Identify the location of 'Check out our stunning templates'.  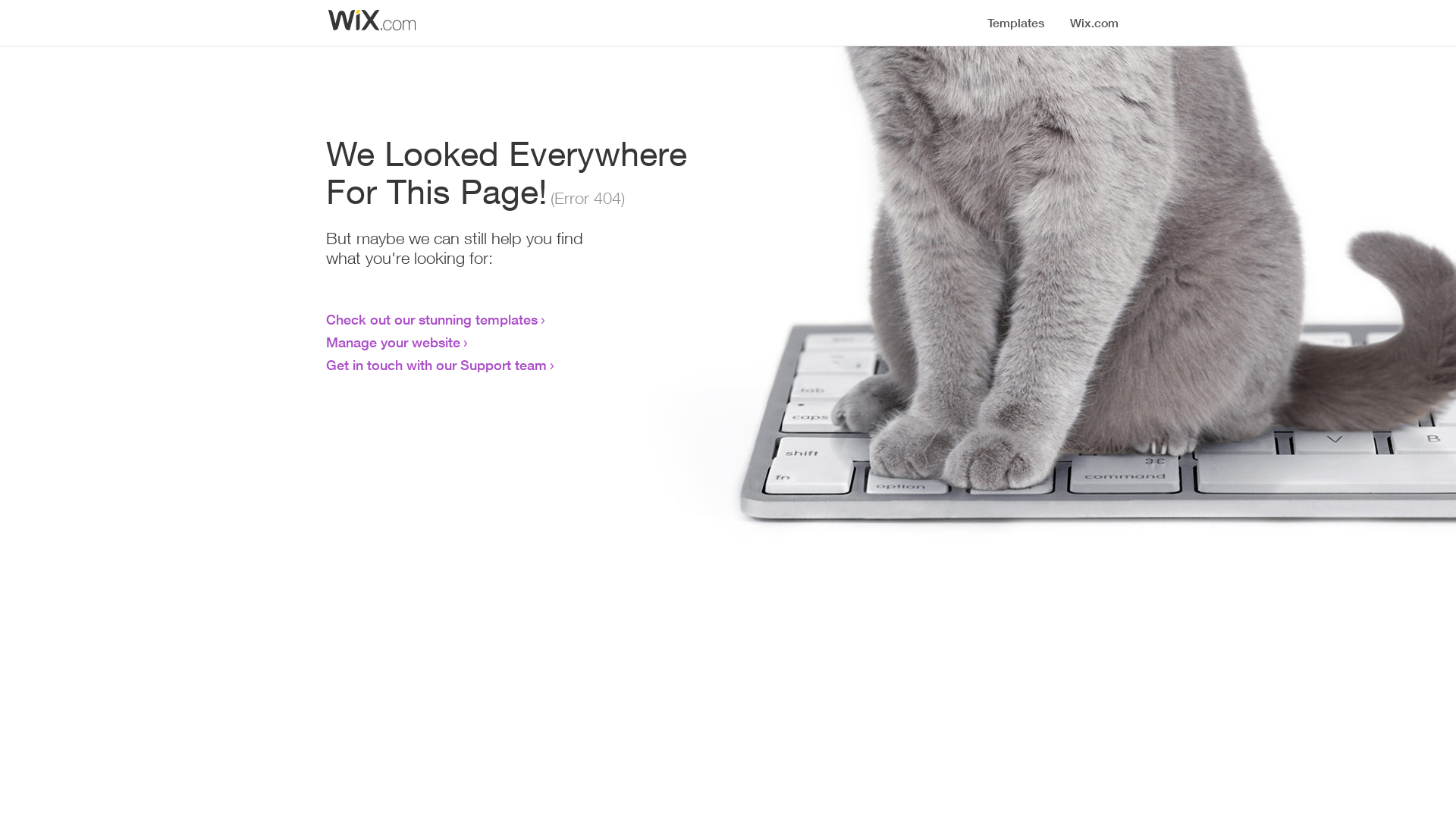
(431, 318).